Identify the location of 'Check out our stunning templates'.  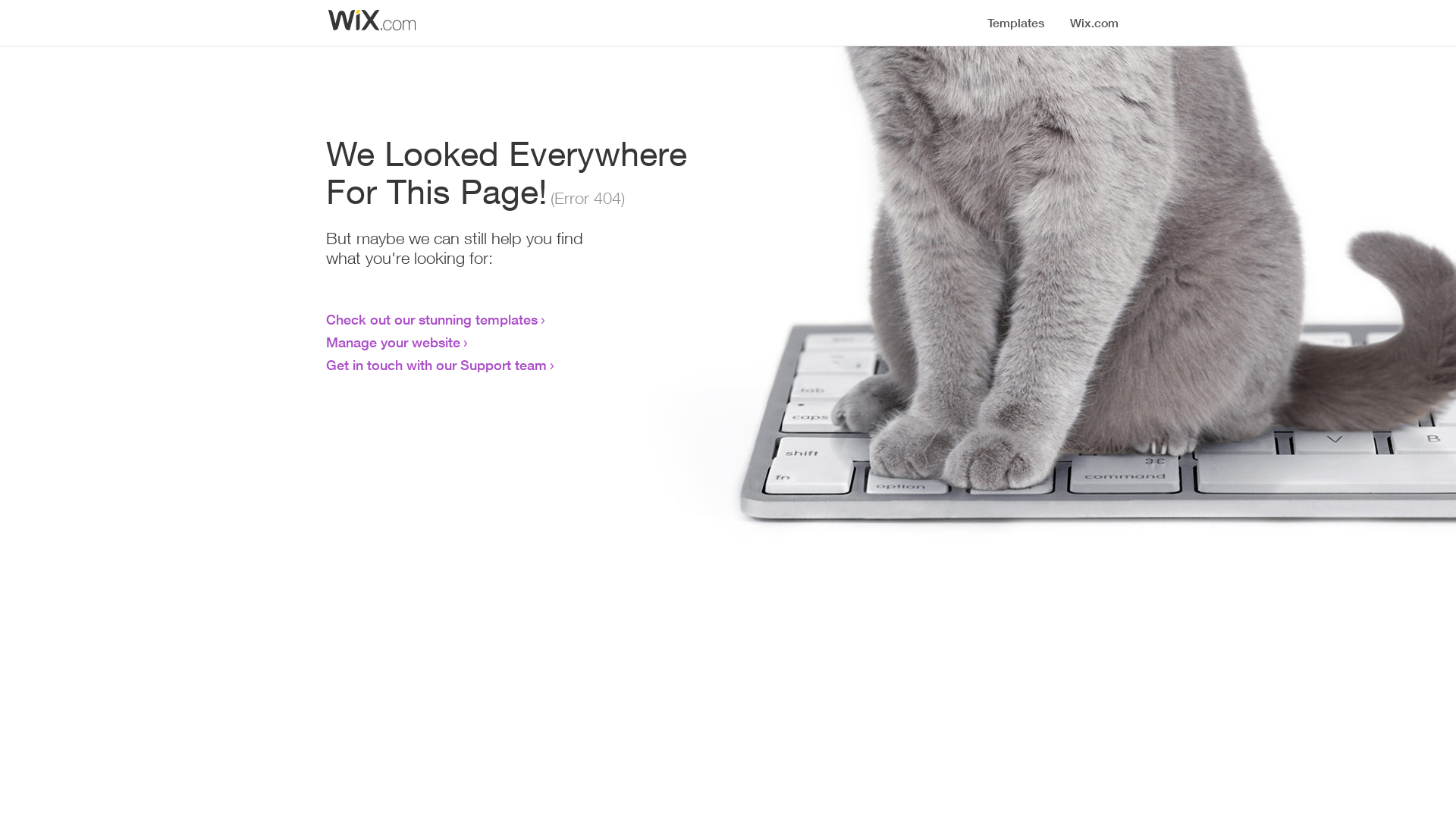
(431, 318).